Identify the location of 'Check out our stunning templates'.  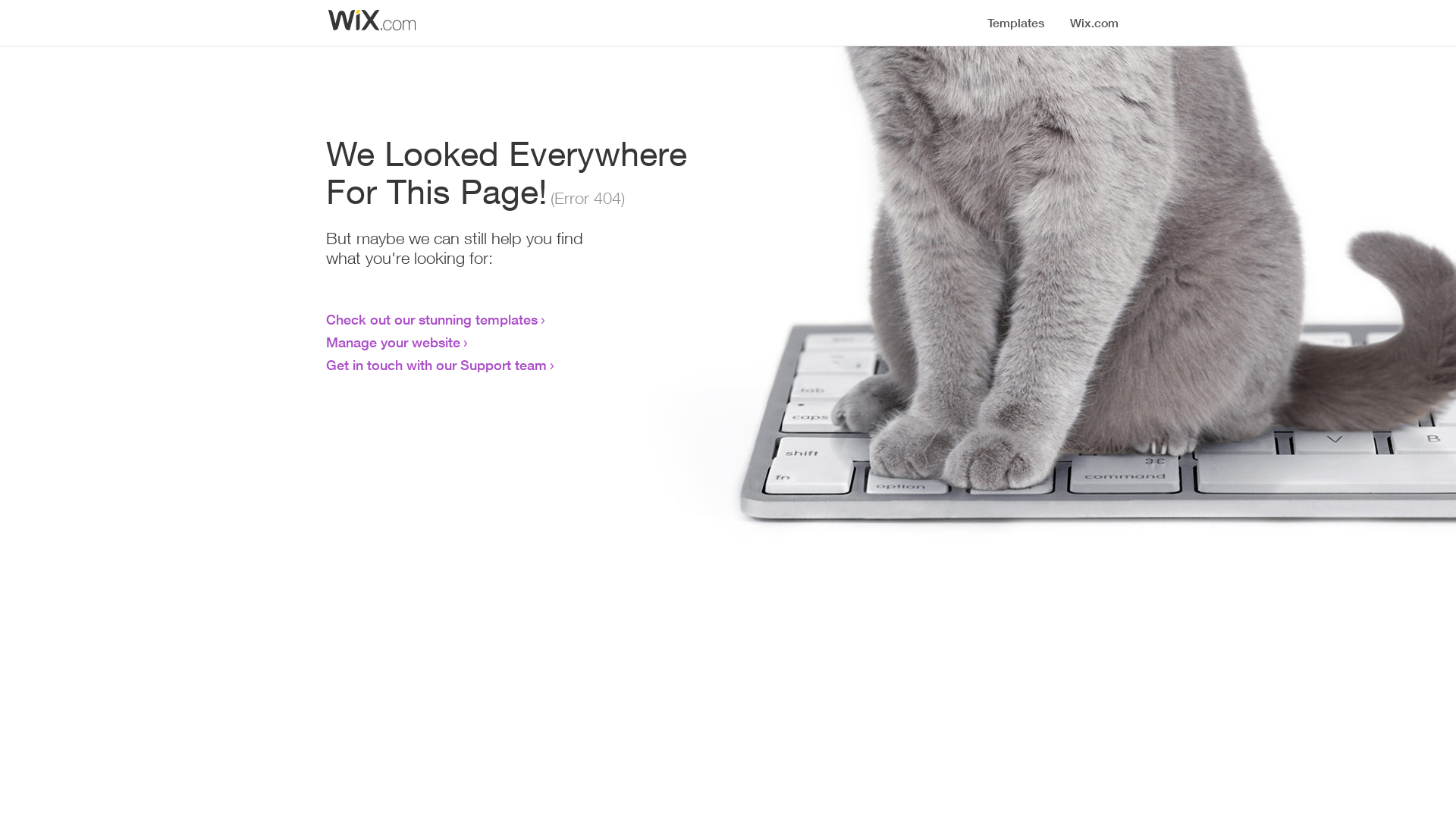
(431, 318).